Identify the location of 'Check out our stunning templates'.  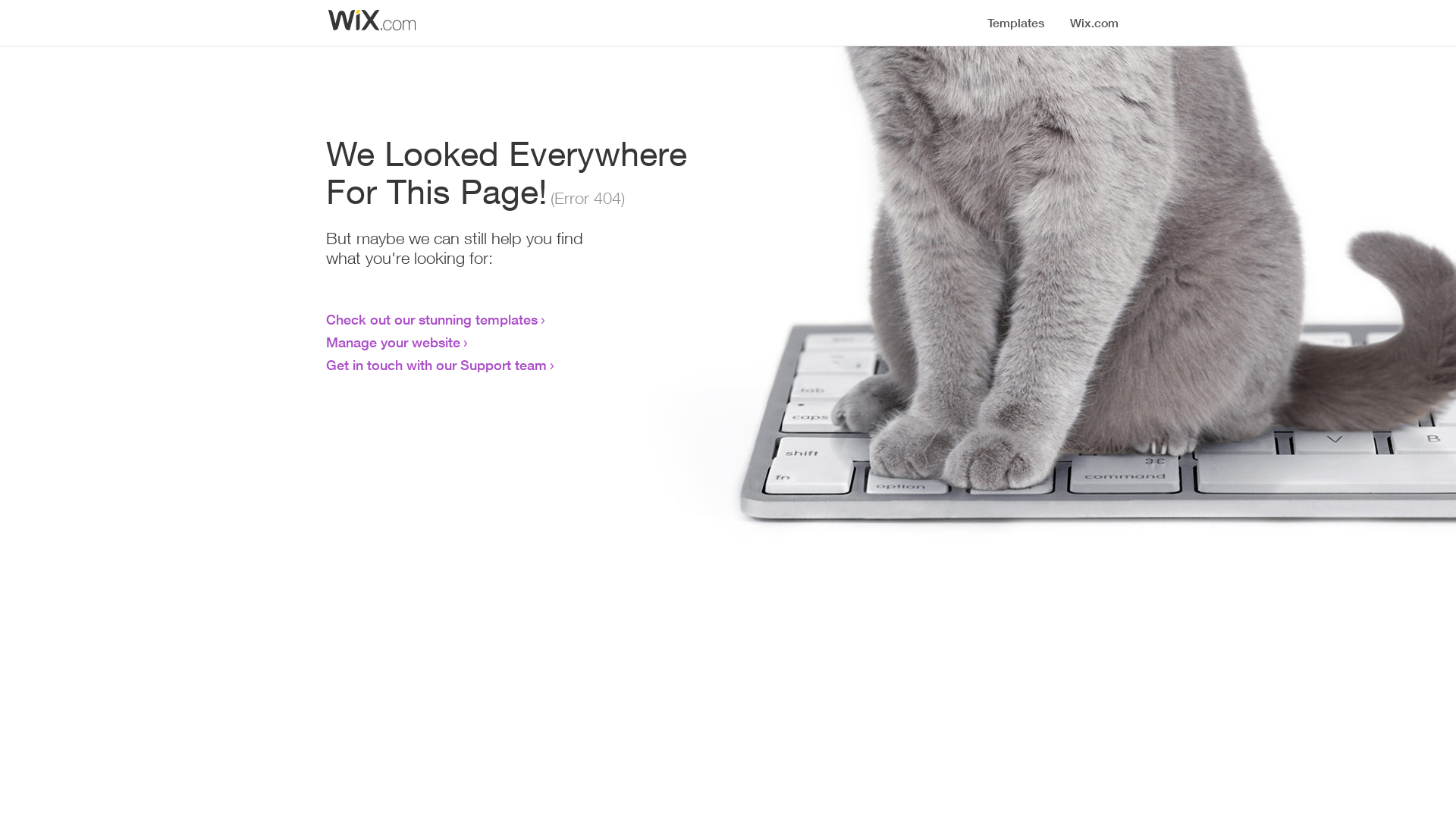
(431, 318).